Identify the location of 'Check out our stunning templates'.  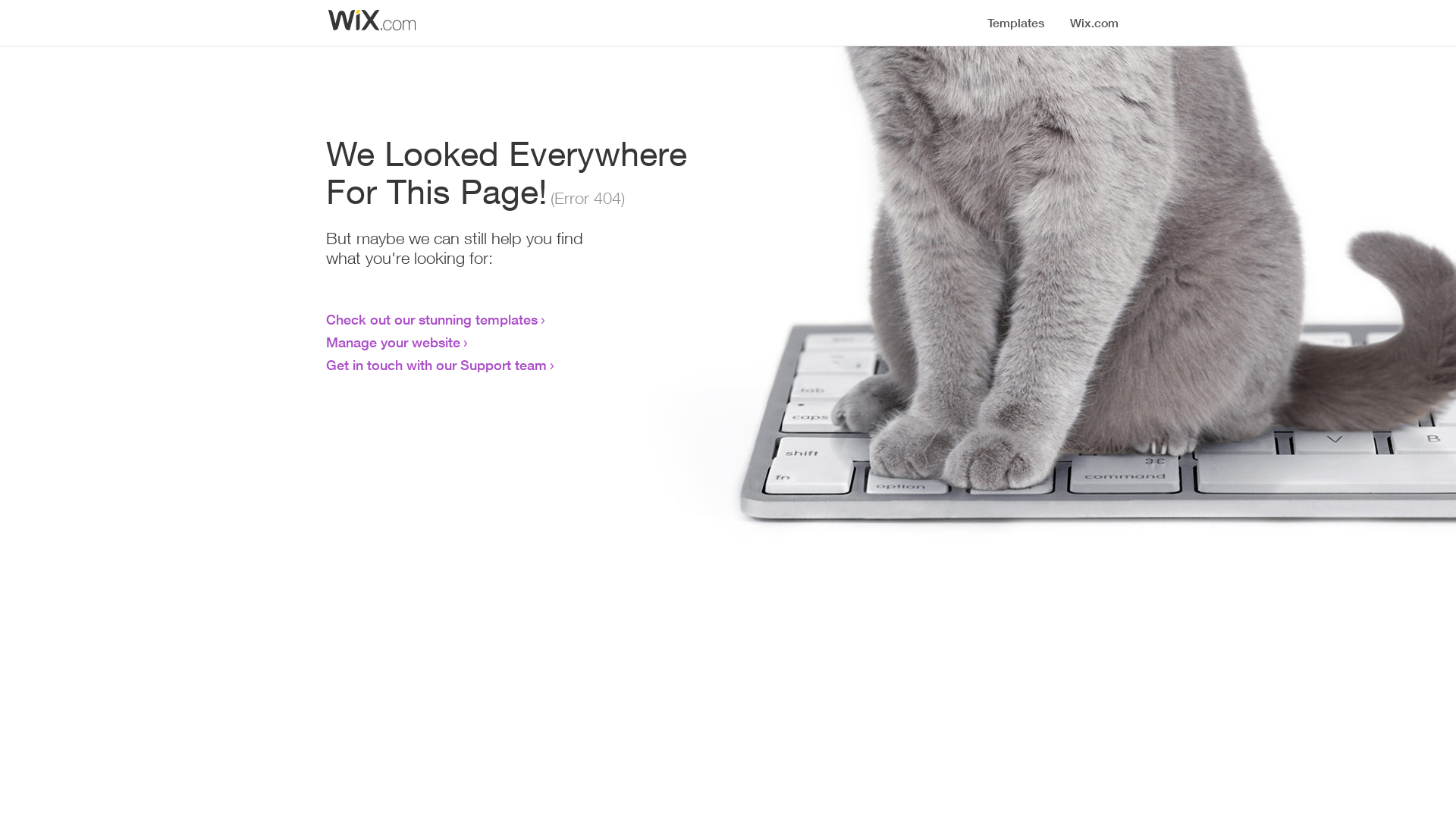
(431, 318).